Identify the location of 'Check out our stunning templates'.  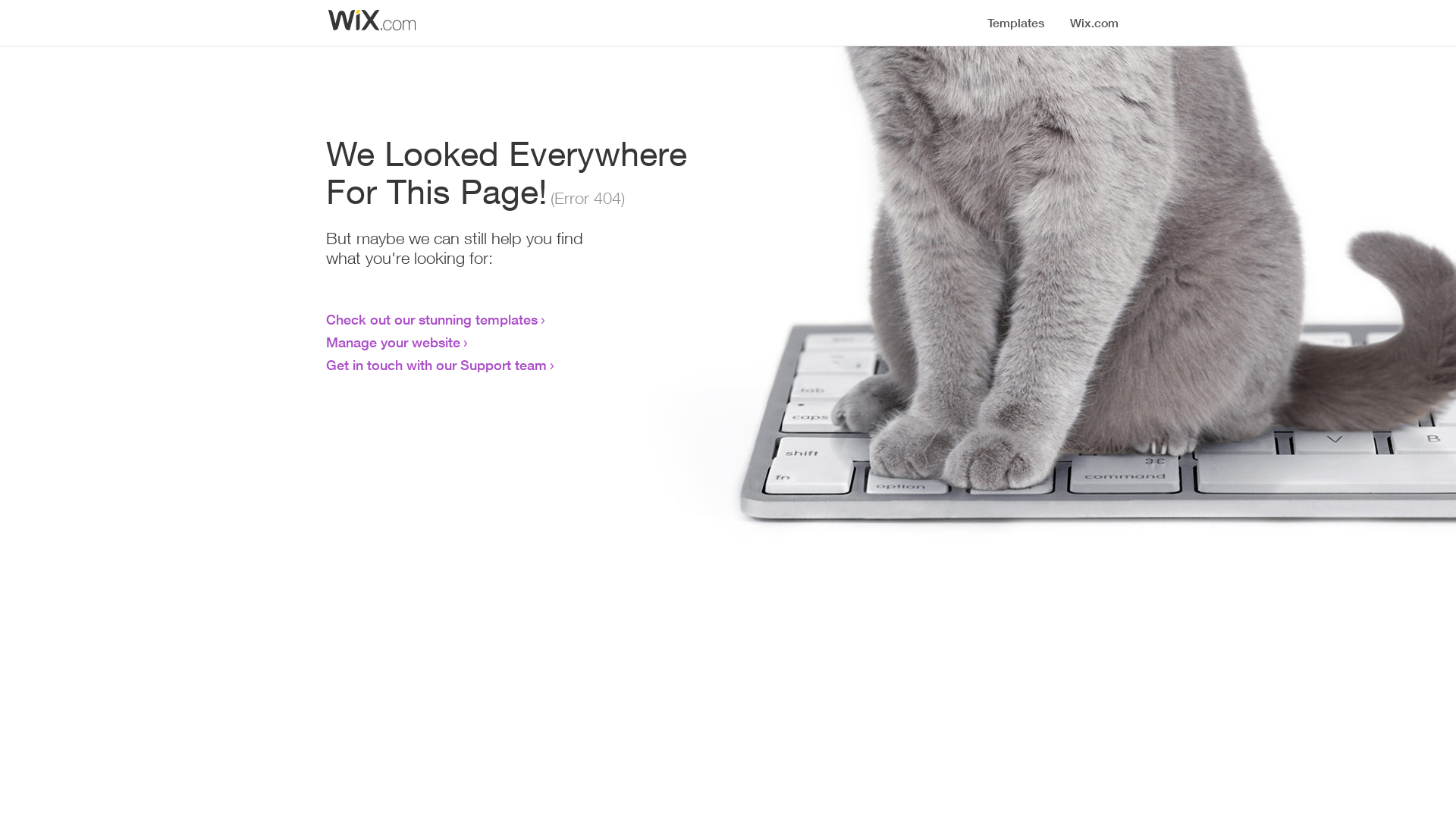
(431, 318).